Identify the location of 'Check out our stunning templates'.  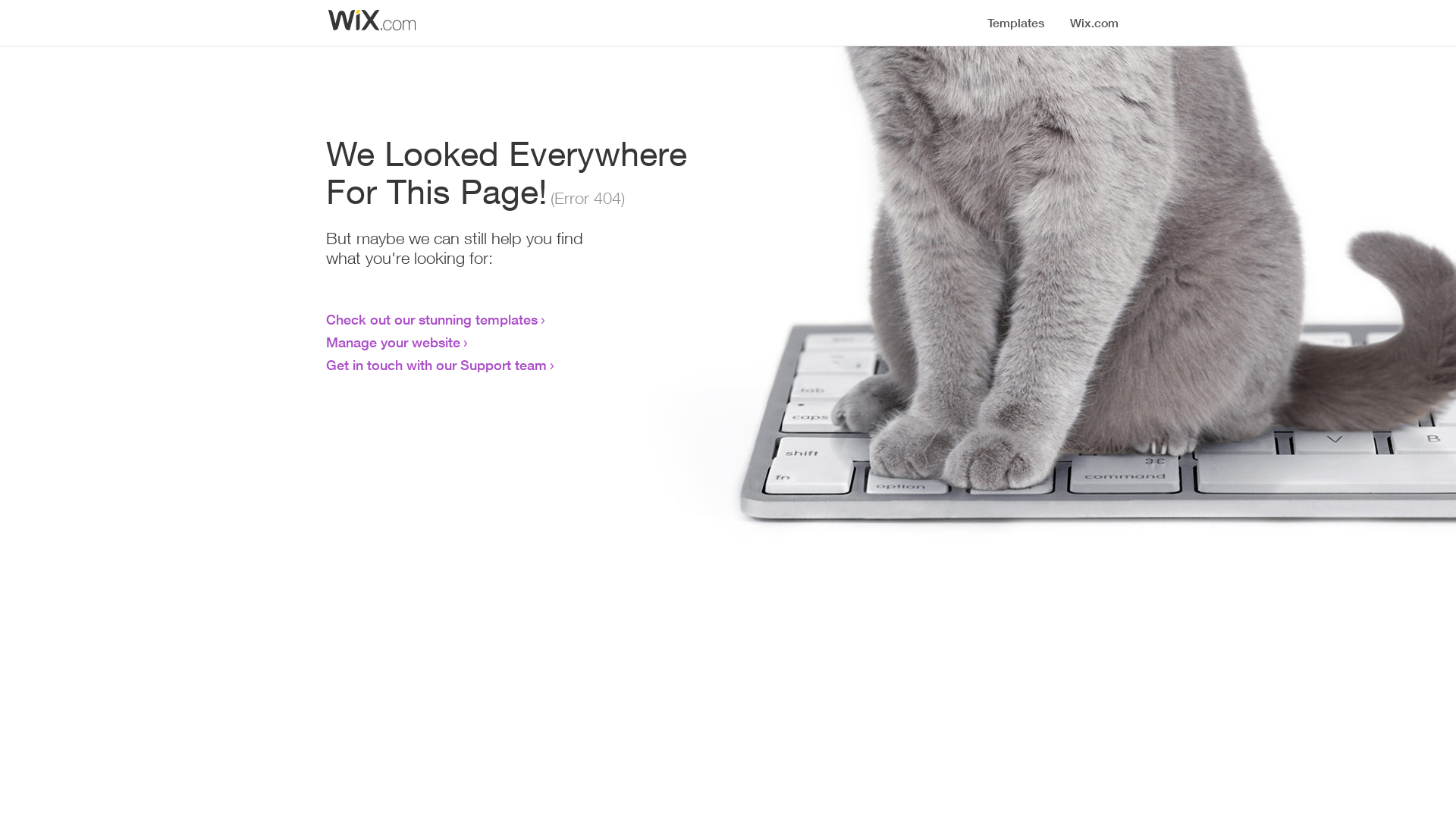
(431, 318).